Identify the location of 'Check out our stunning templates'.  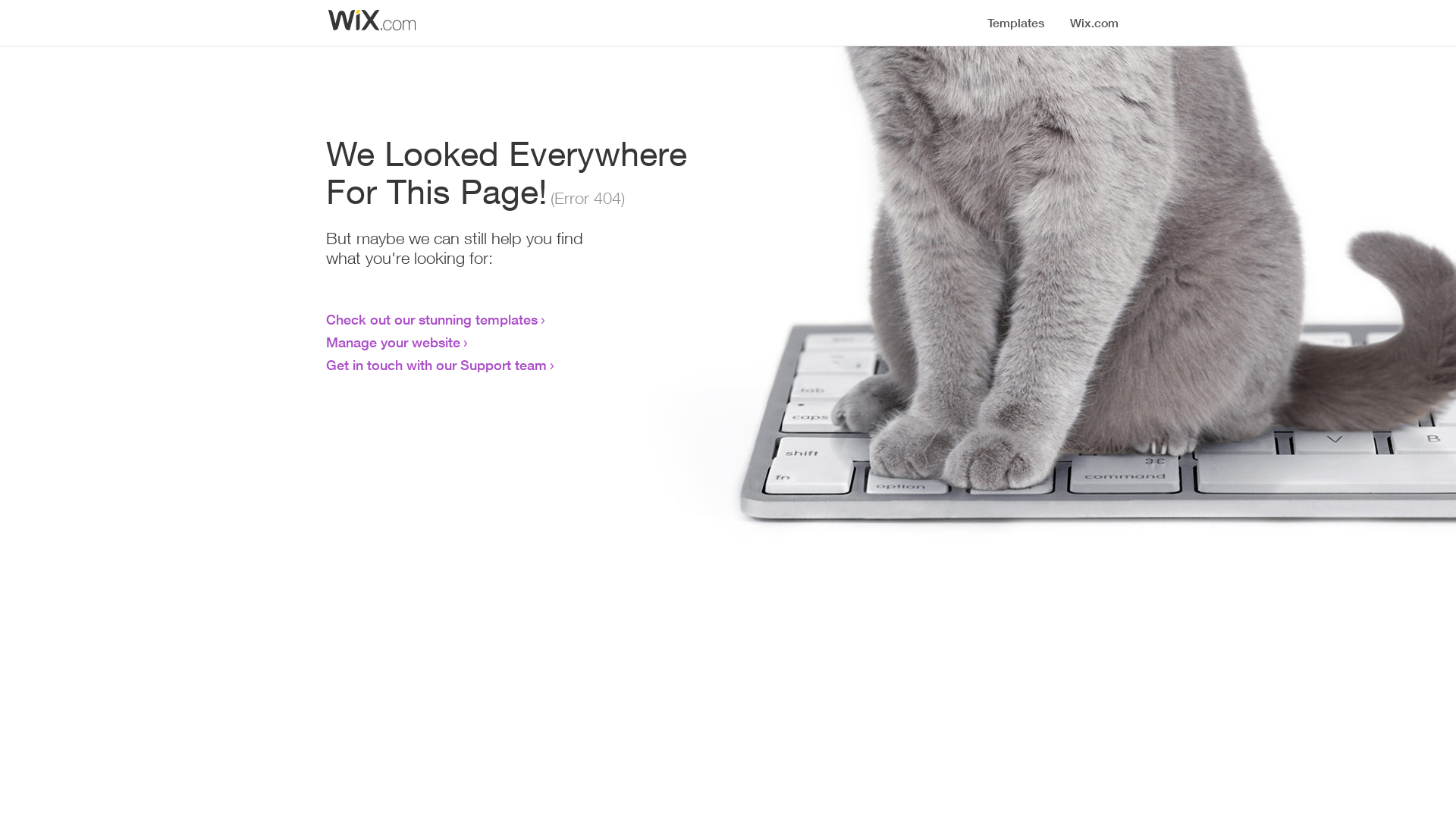
(431, 318).